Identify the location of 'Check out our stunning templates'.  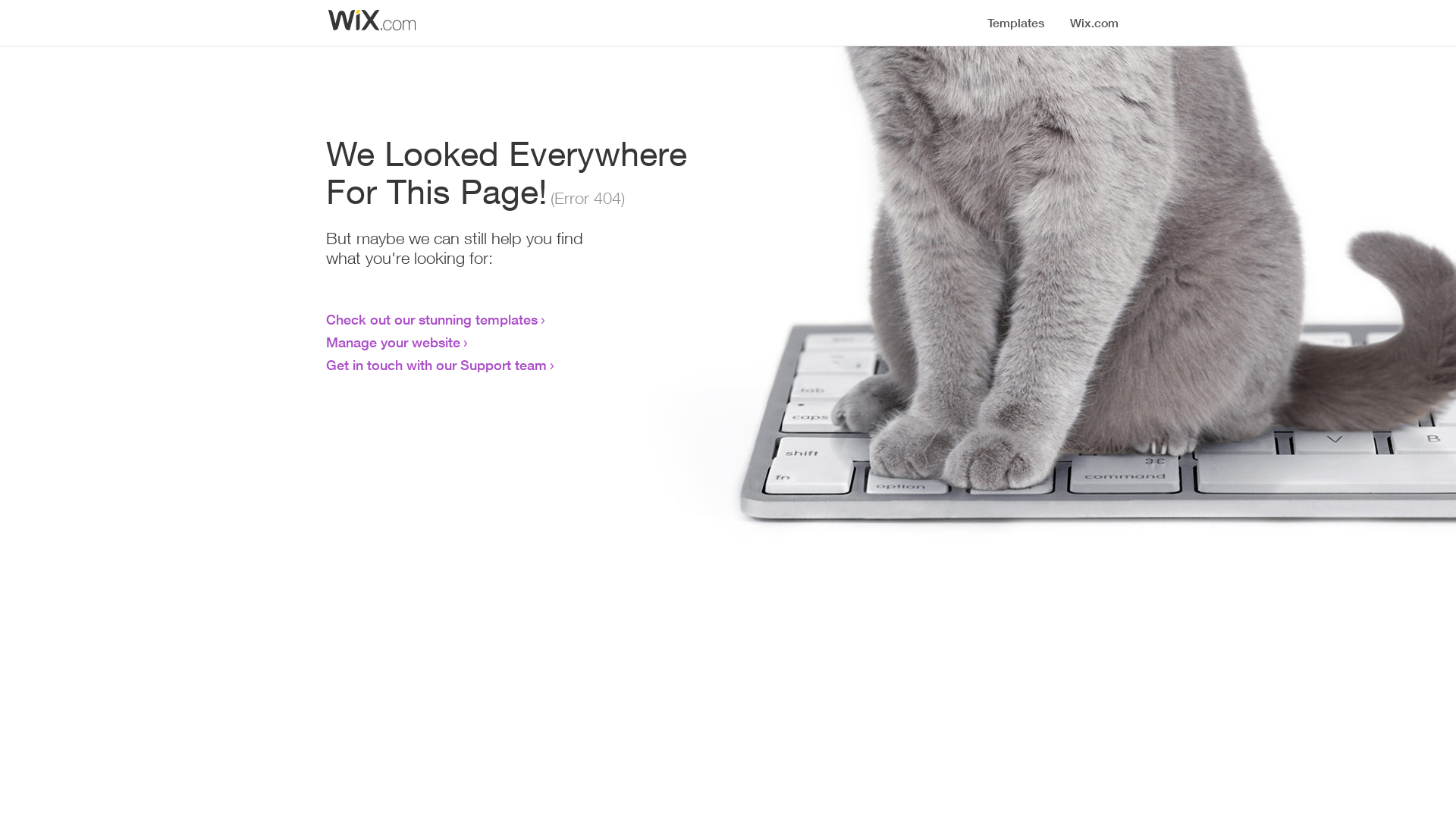
(431, 318).